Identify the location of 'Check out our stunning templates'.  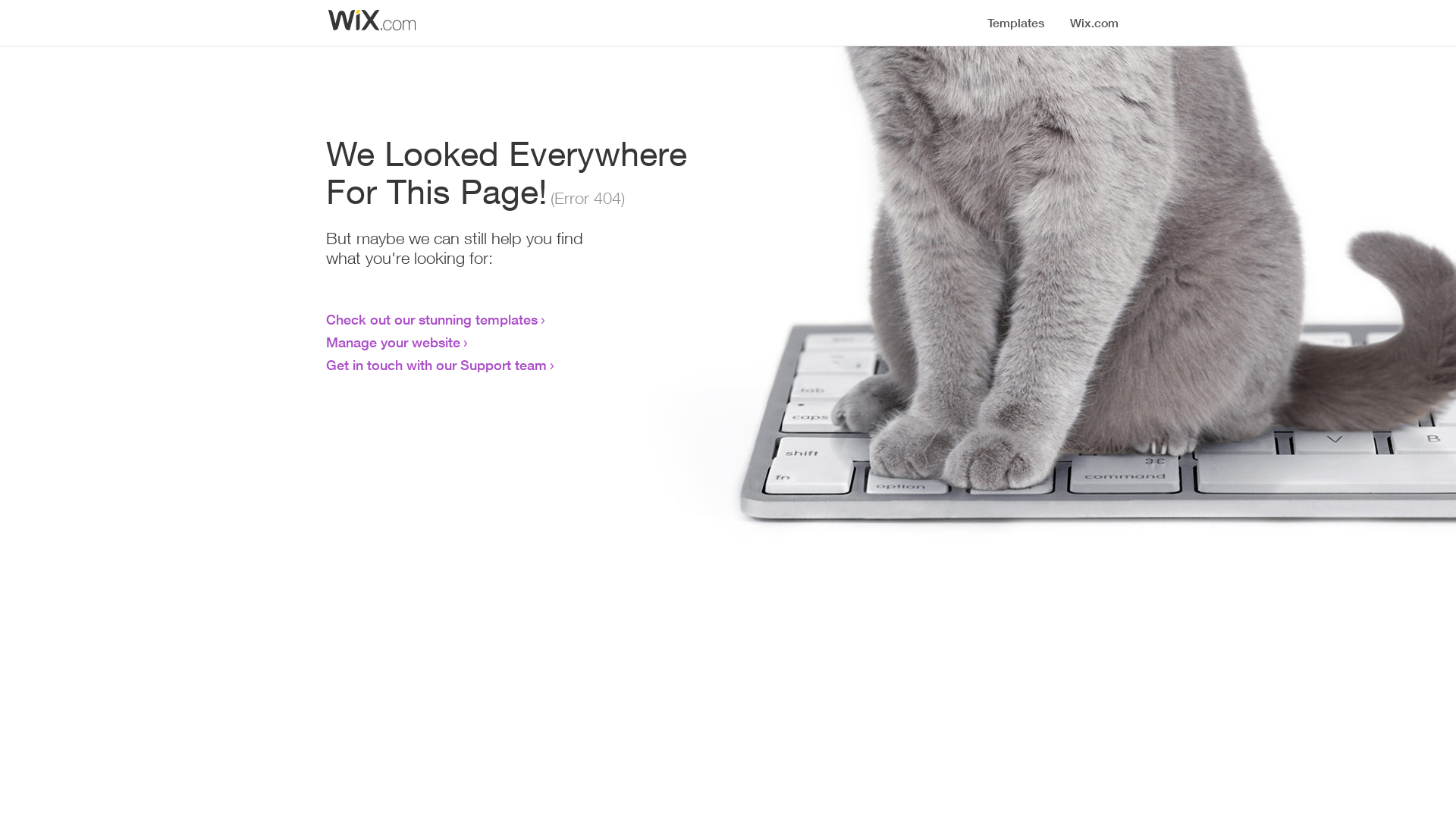
(431, 318).